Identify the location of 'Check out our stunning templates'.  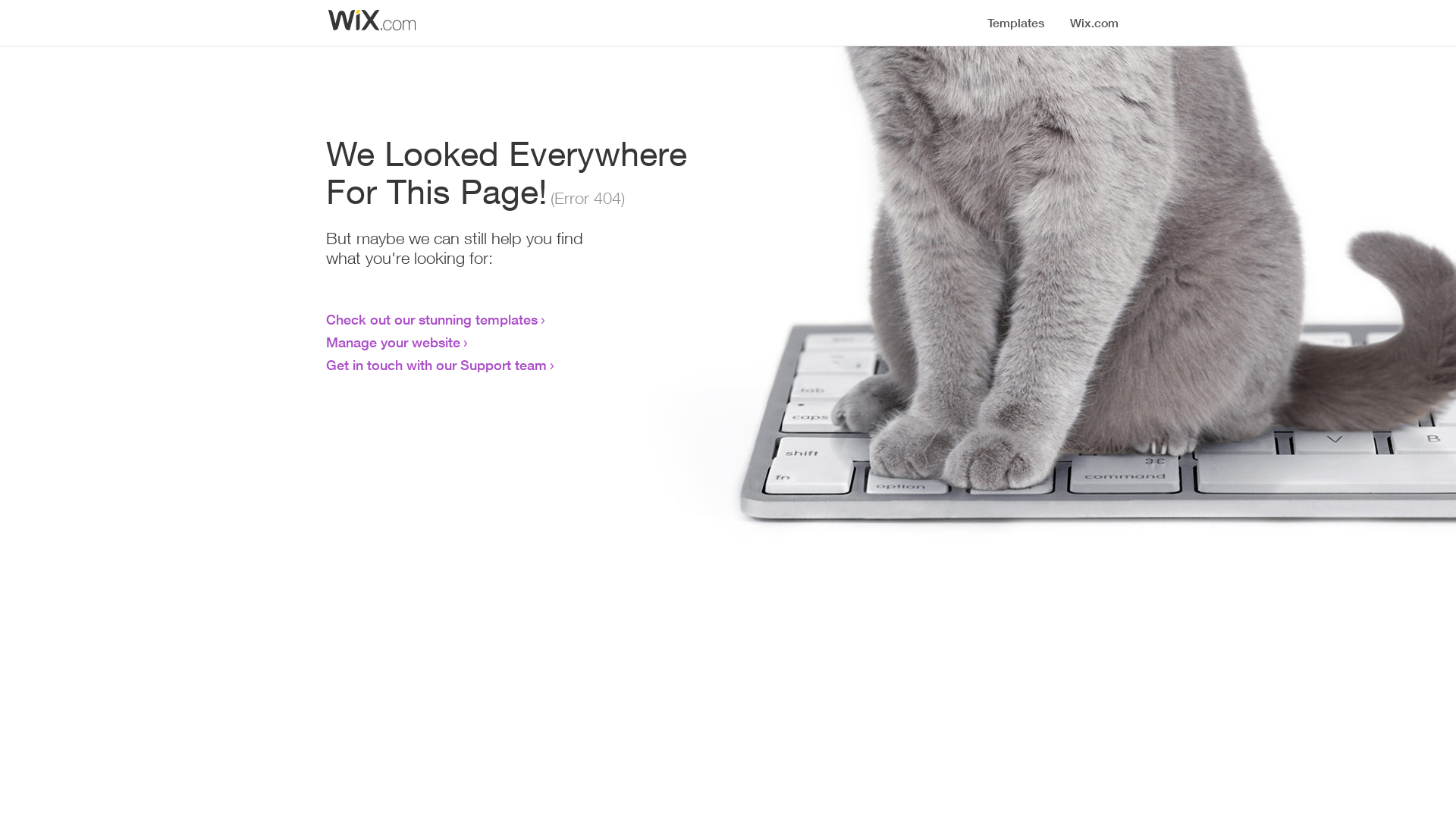
(431, 318).